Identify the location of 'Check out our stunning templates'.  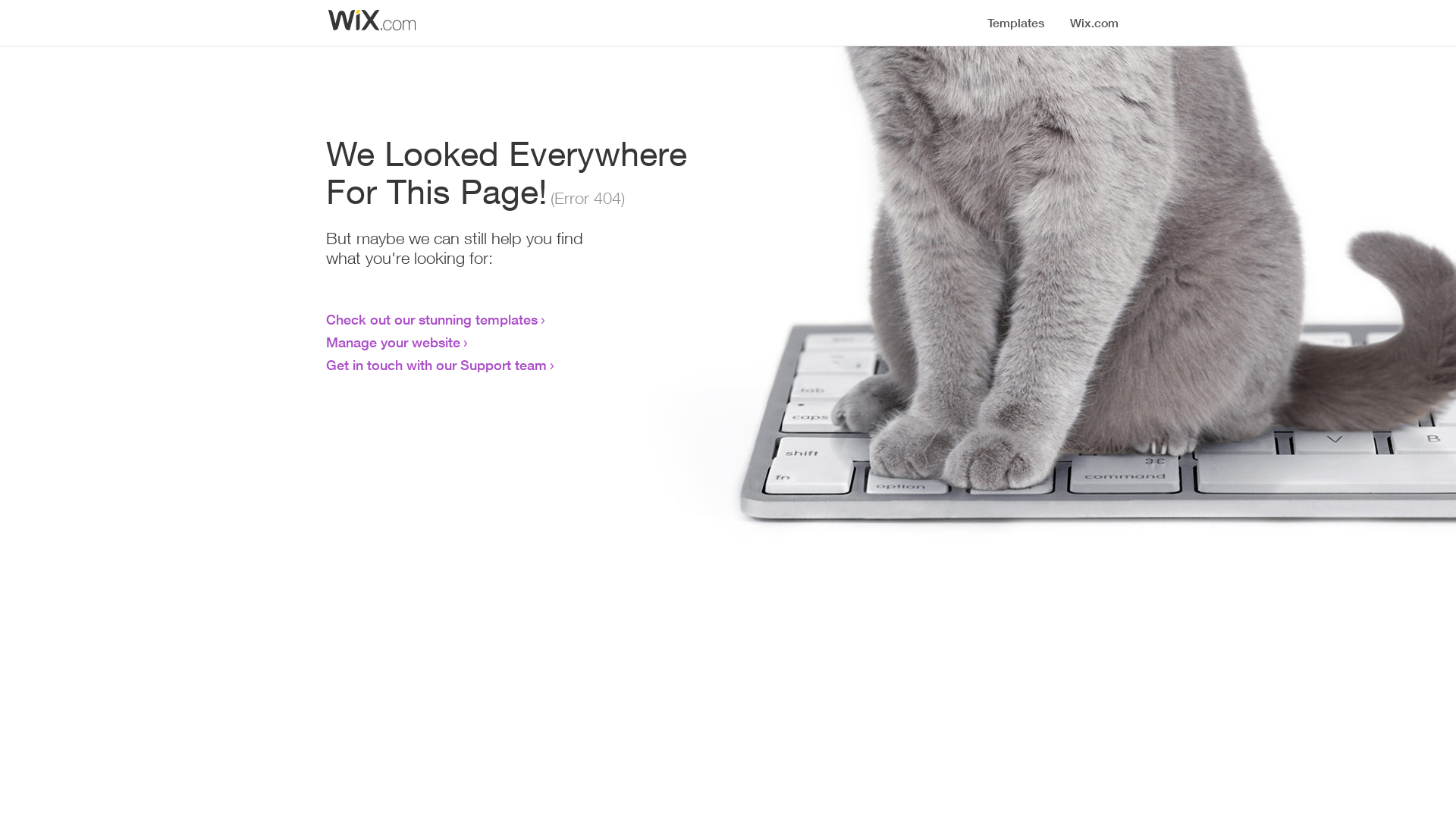
(431, 318).